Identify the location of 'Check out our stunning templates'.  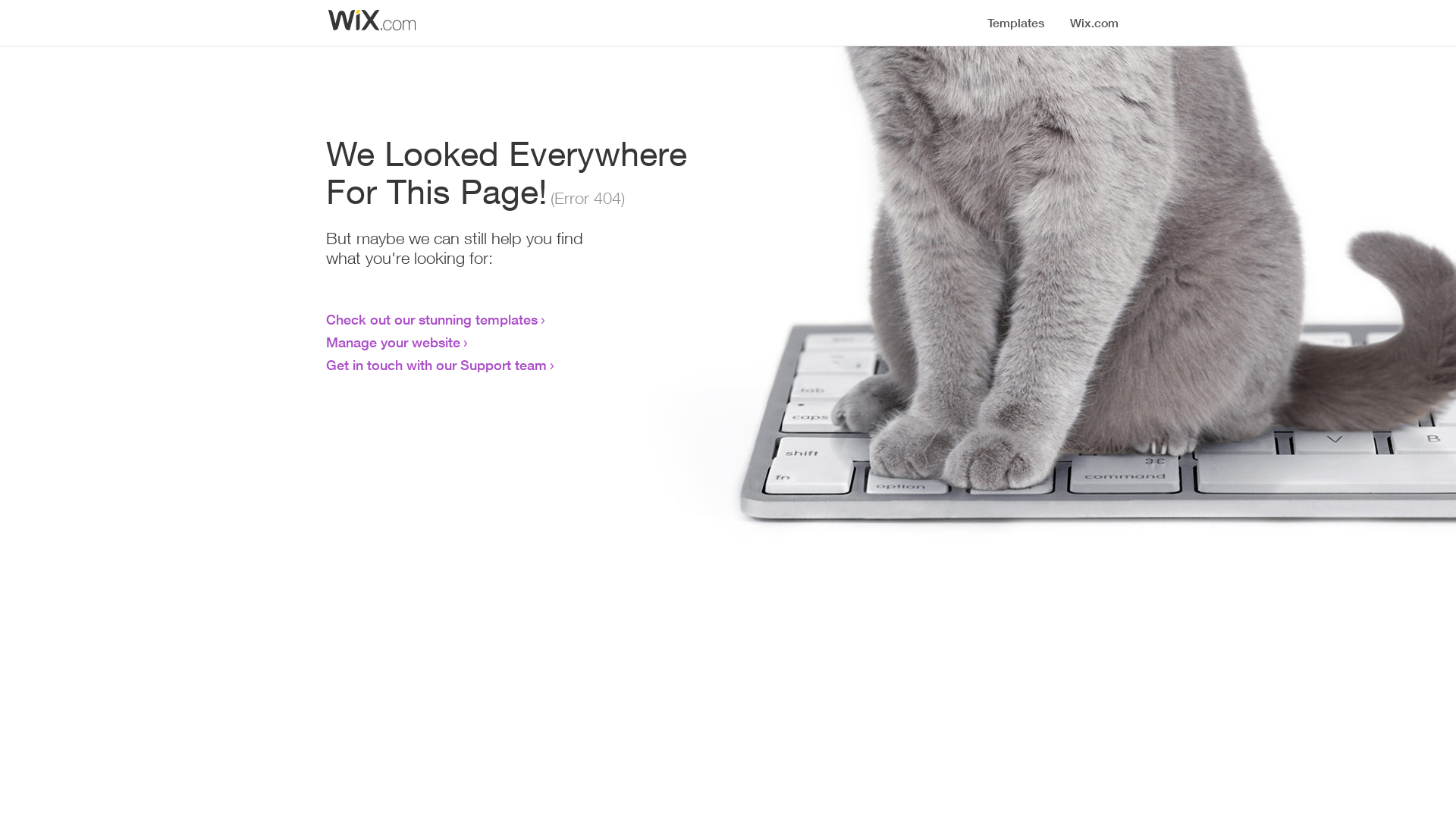
(431, 318).